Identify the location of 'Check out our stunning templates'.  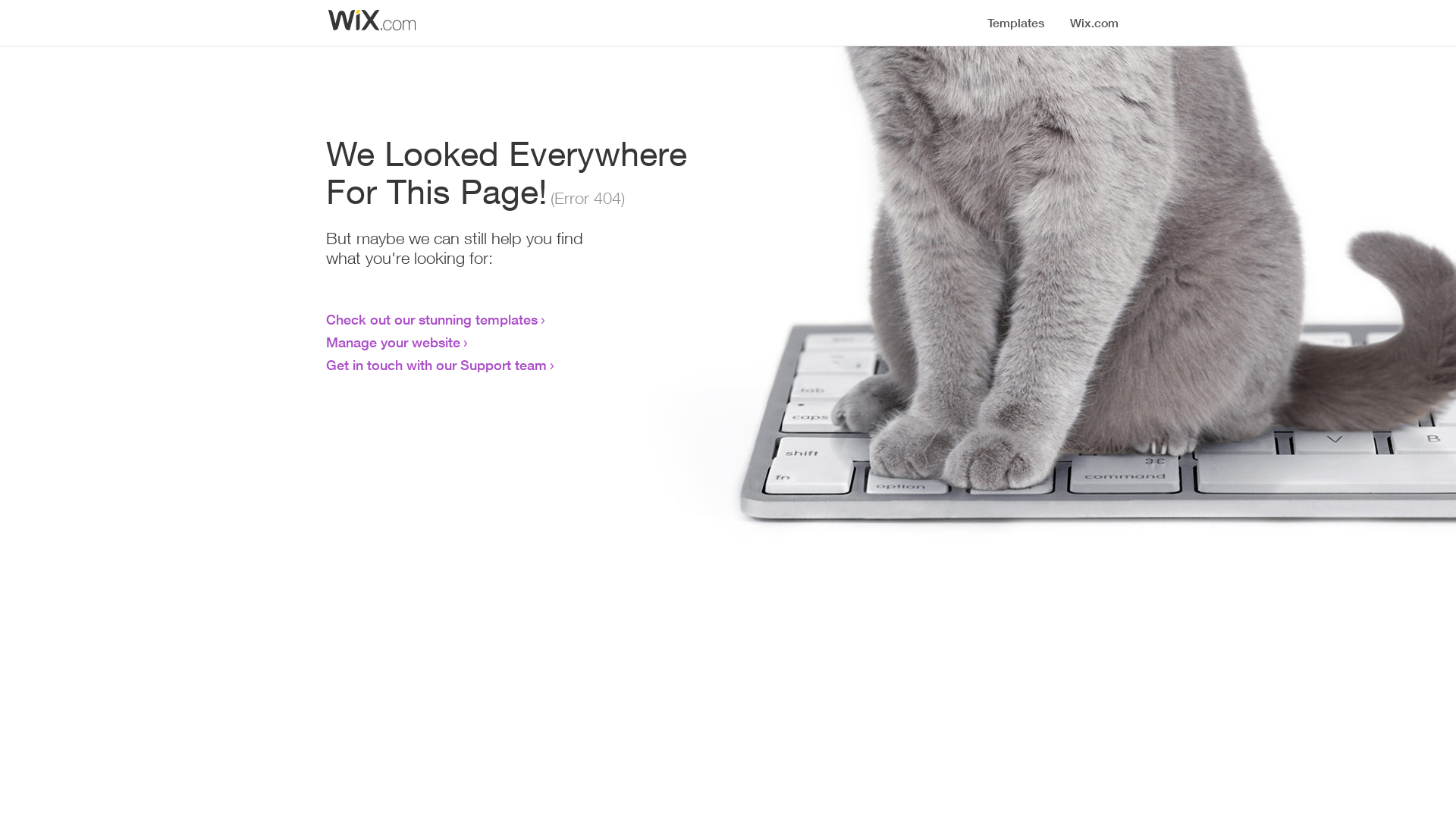
(431, 318).